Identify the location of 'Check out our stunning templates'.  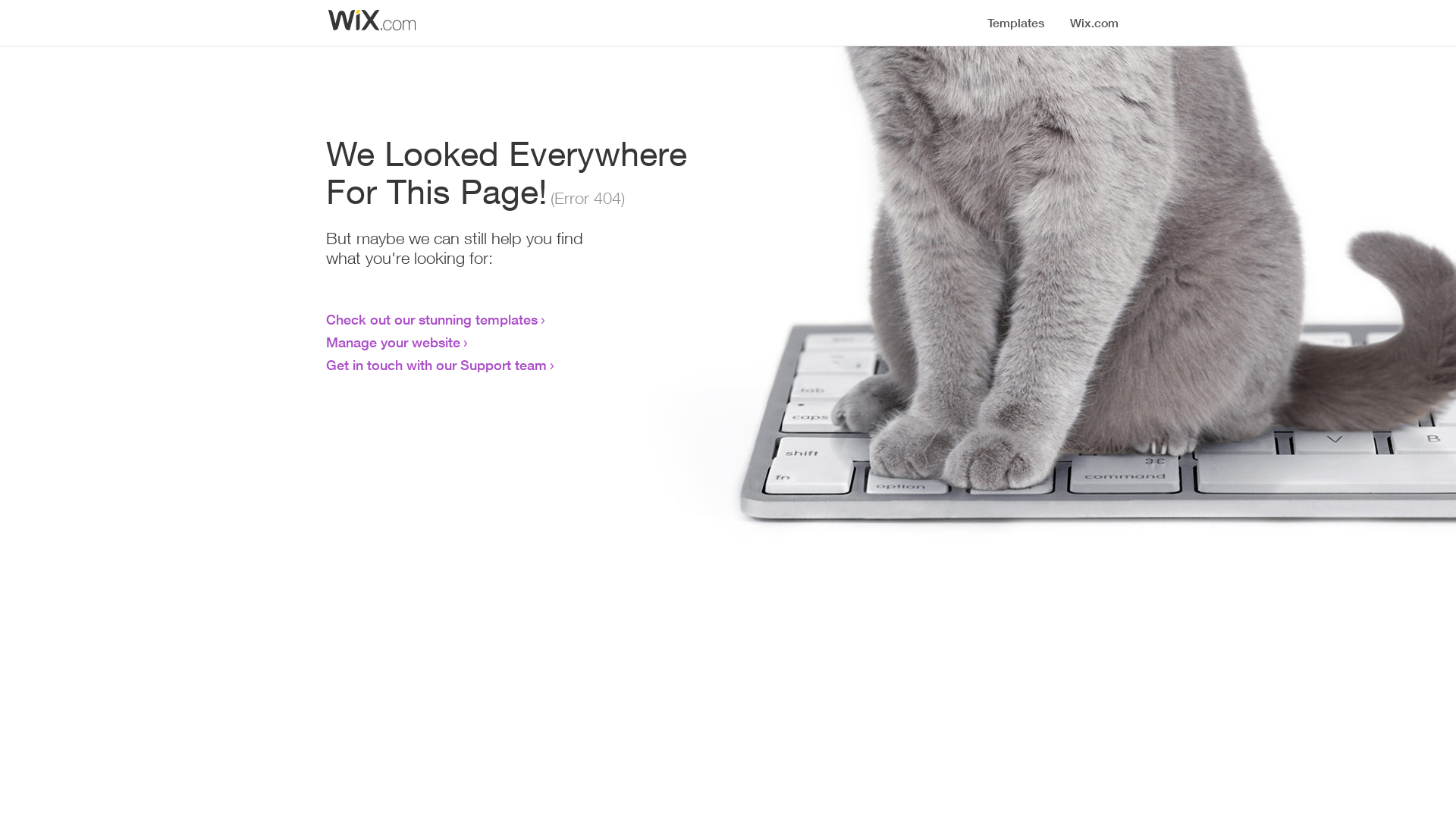
(431, 318).